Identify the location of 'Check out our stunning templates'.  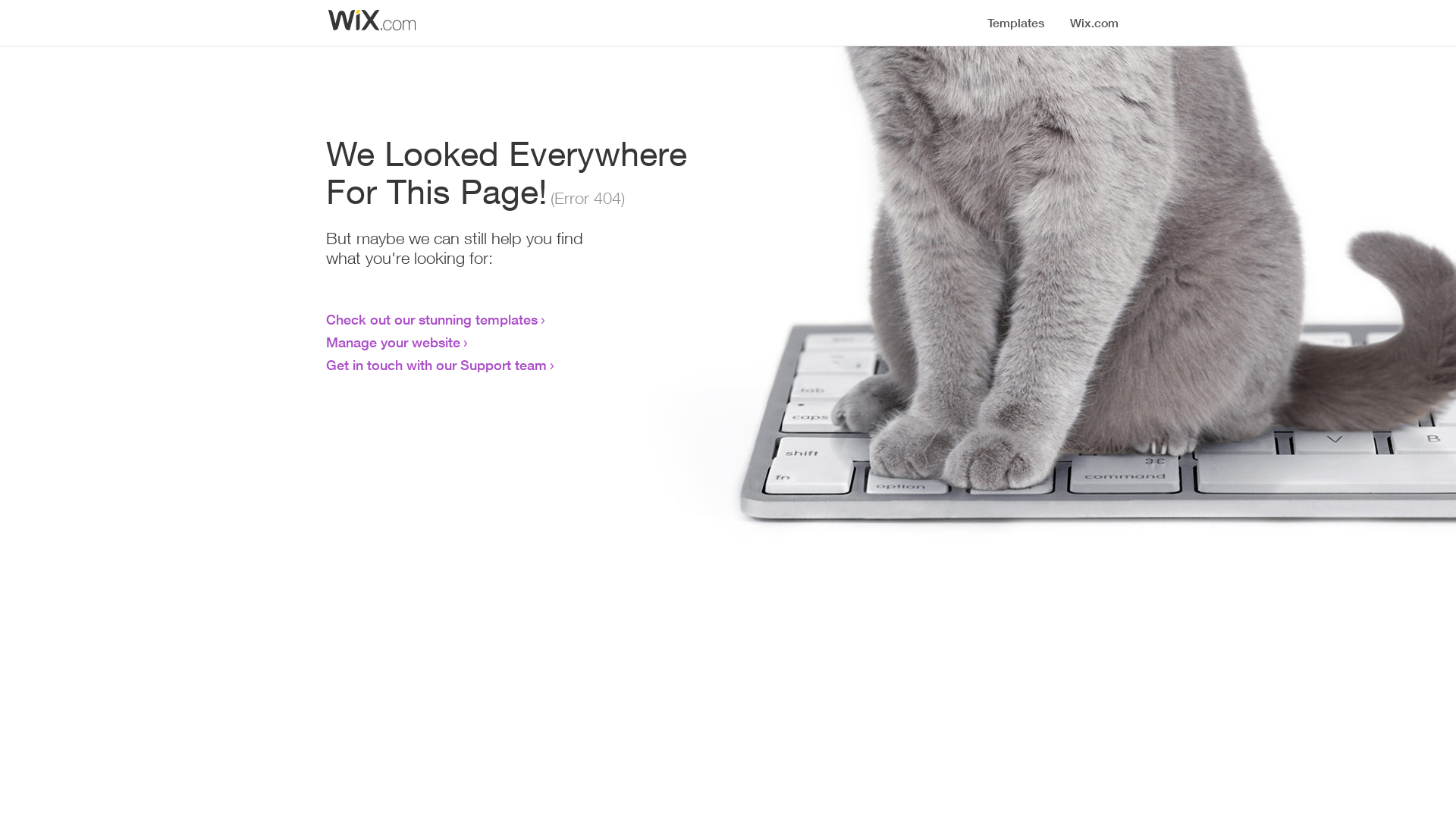
(431, 318).